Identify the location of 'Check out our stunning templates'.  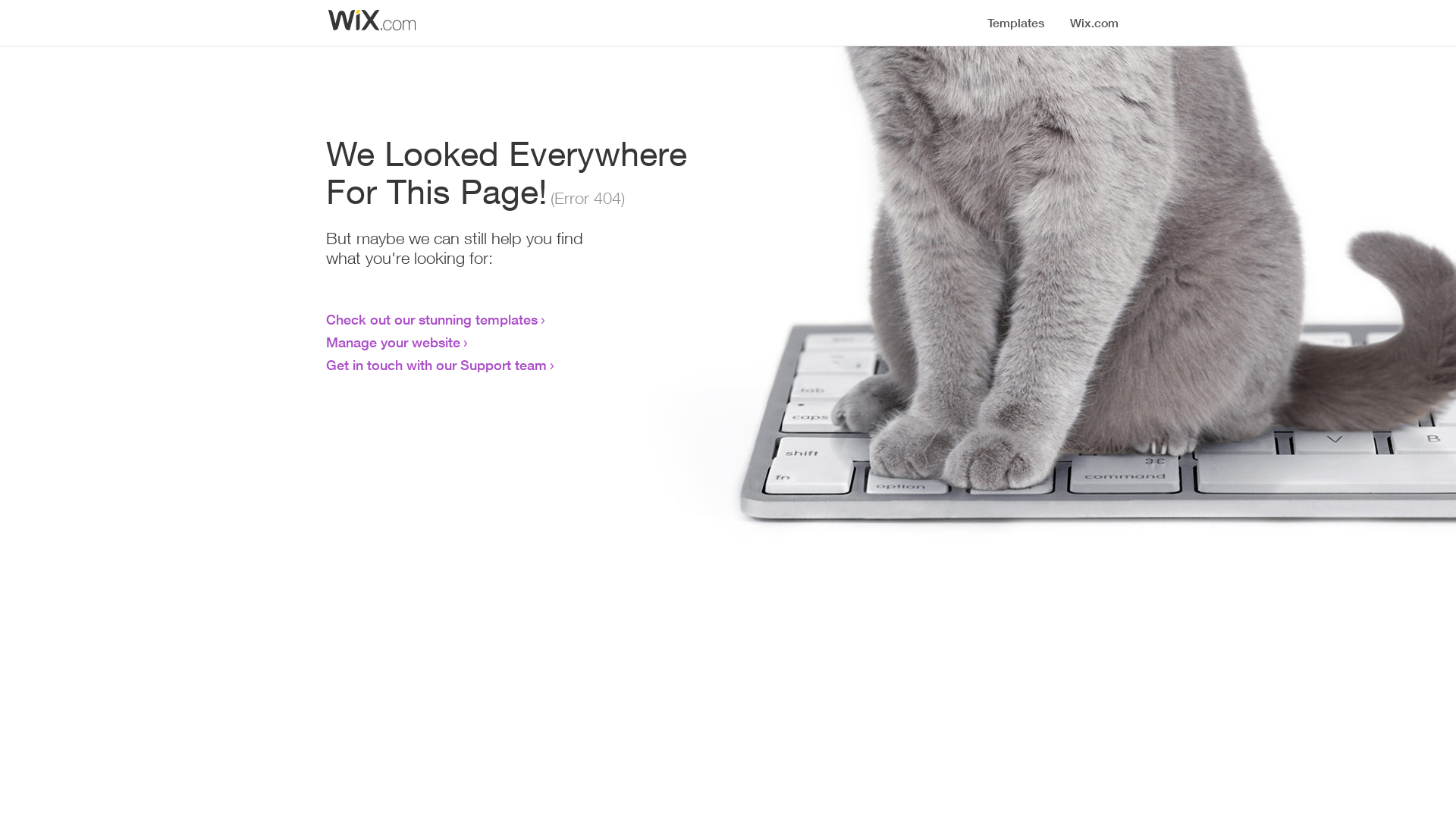
(431, 318).